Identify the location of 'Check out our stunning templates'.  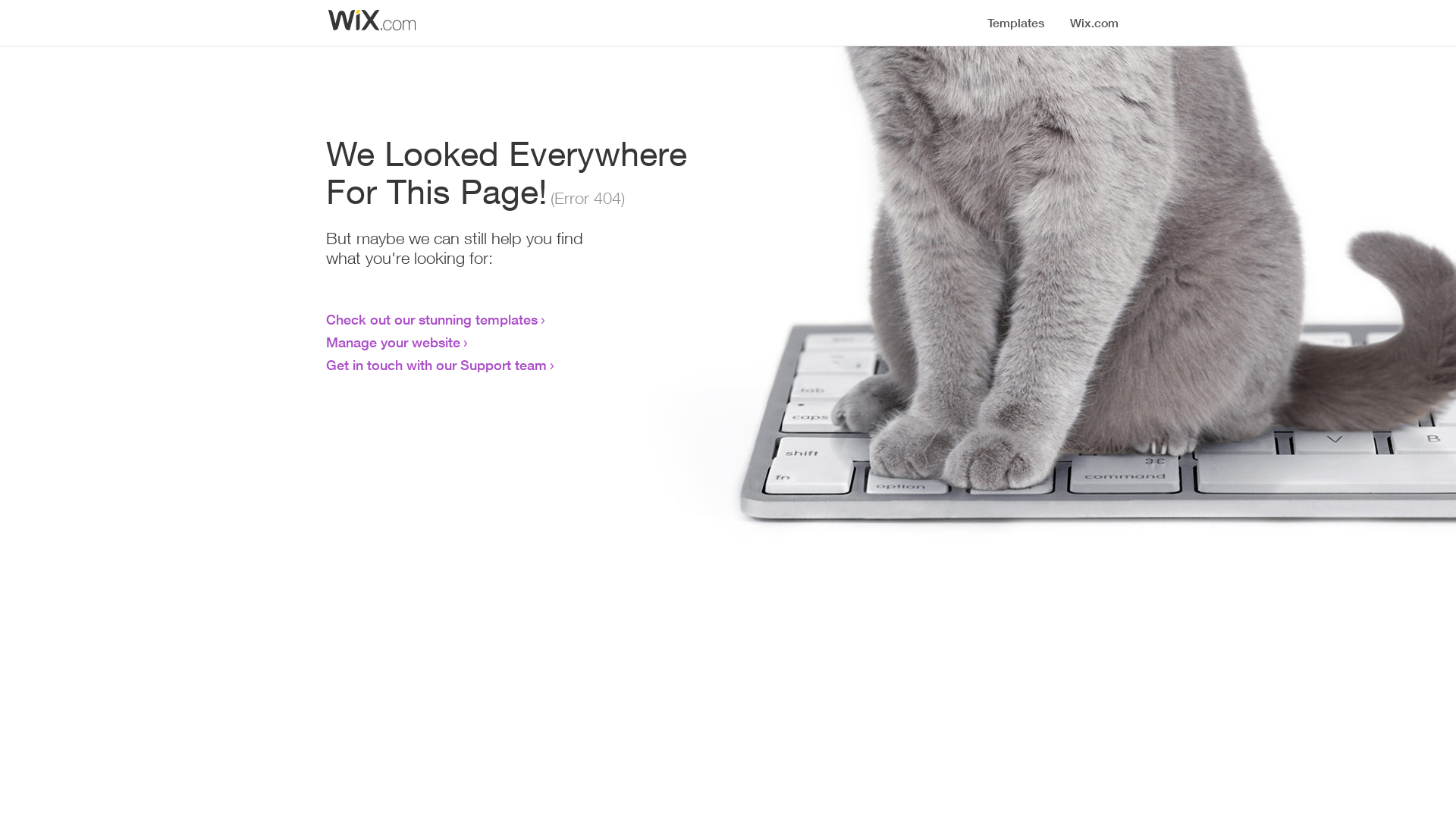
(431, 318).